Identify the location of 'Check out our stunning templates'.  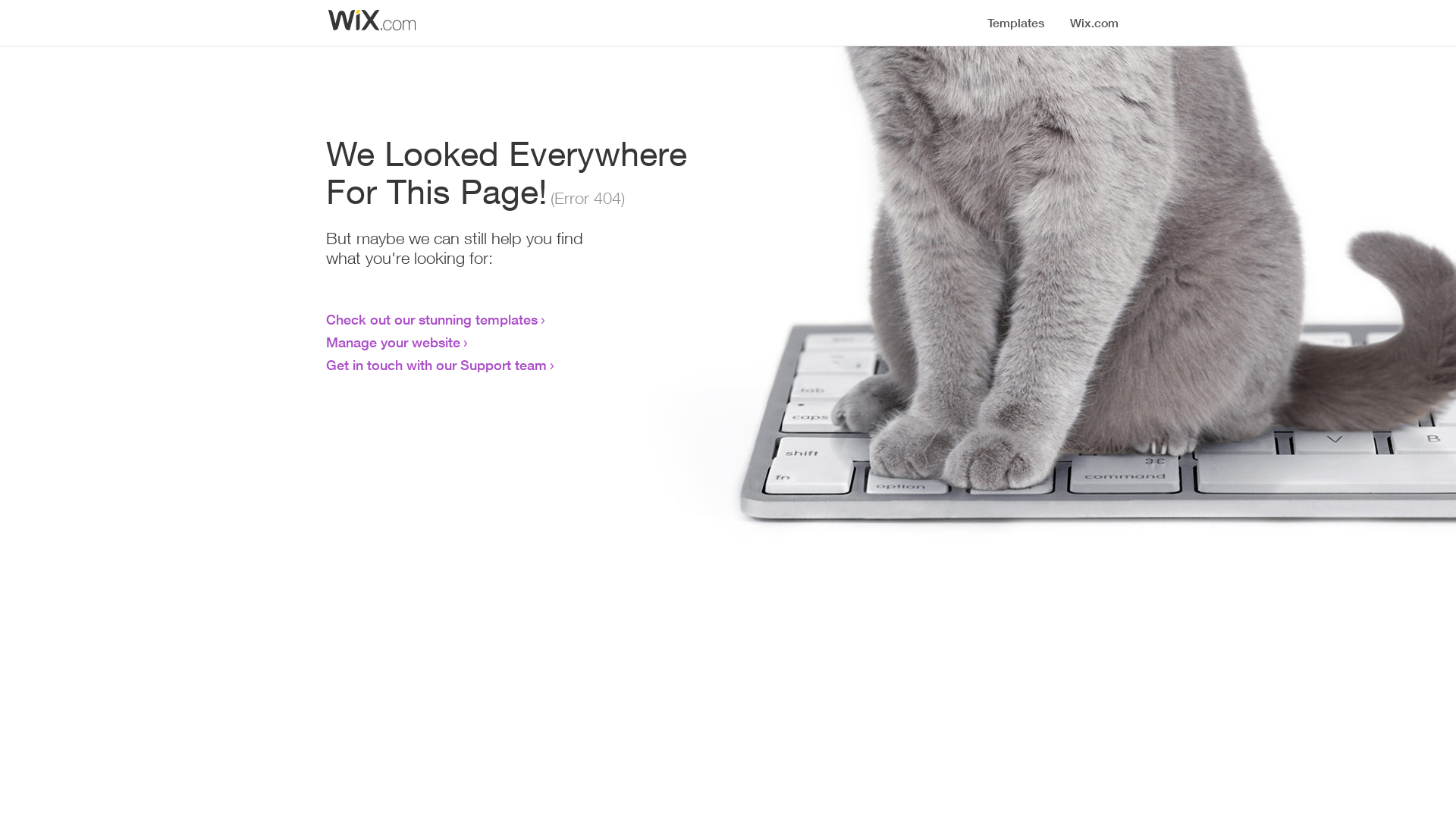
(431, 318).